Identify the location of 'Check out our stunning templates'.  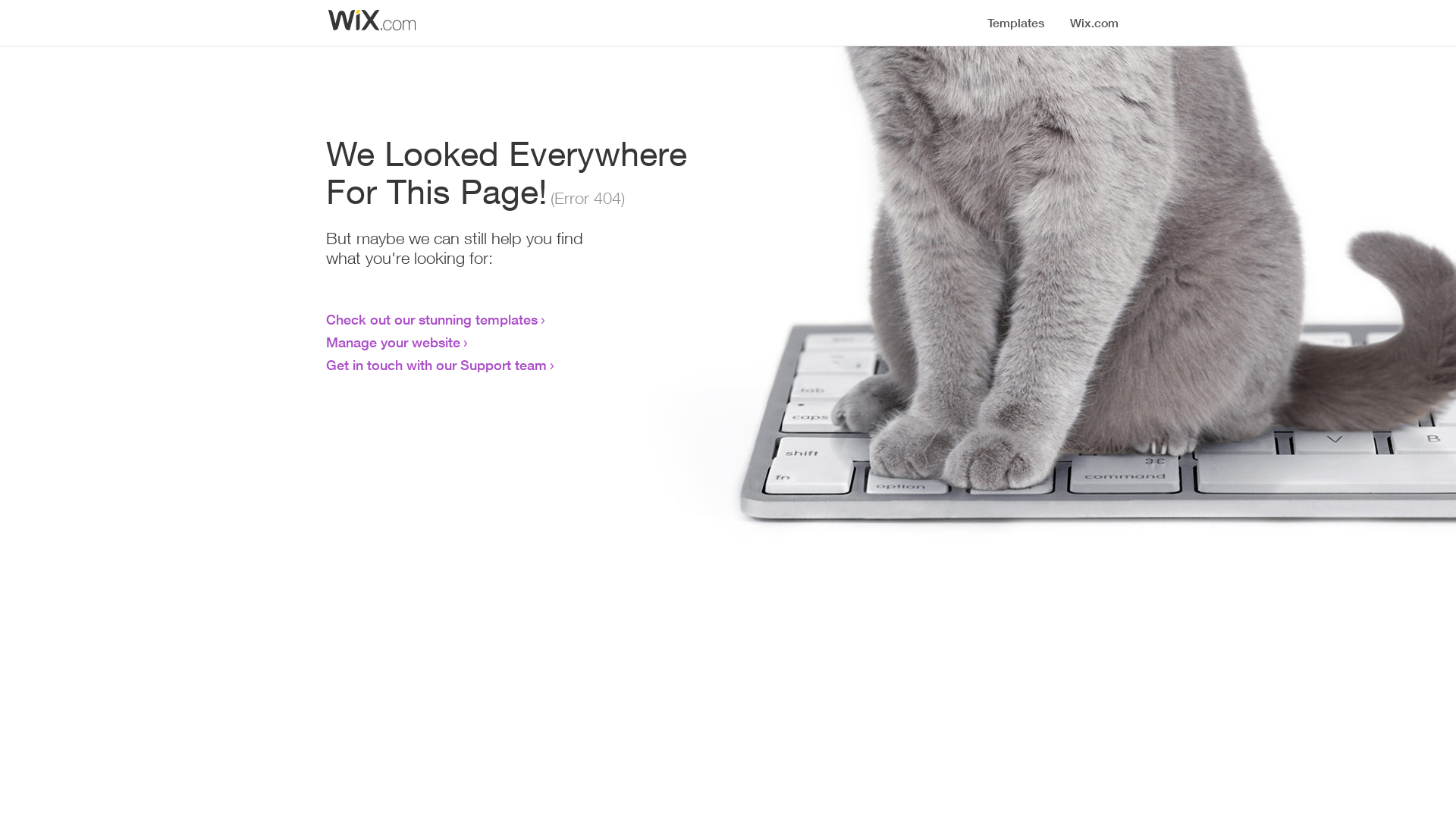
(431, 318).